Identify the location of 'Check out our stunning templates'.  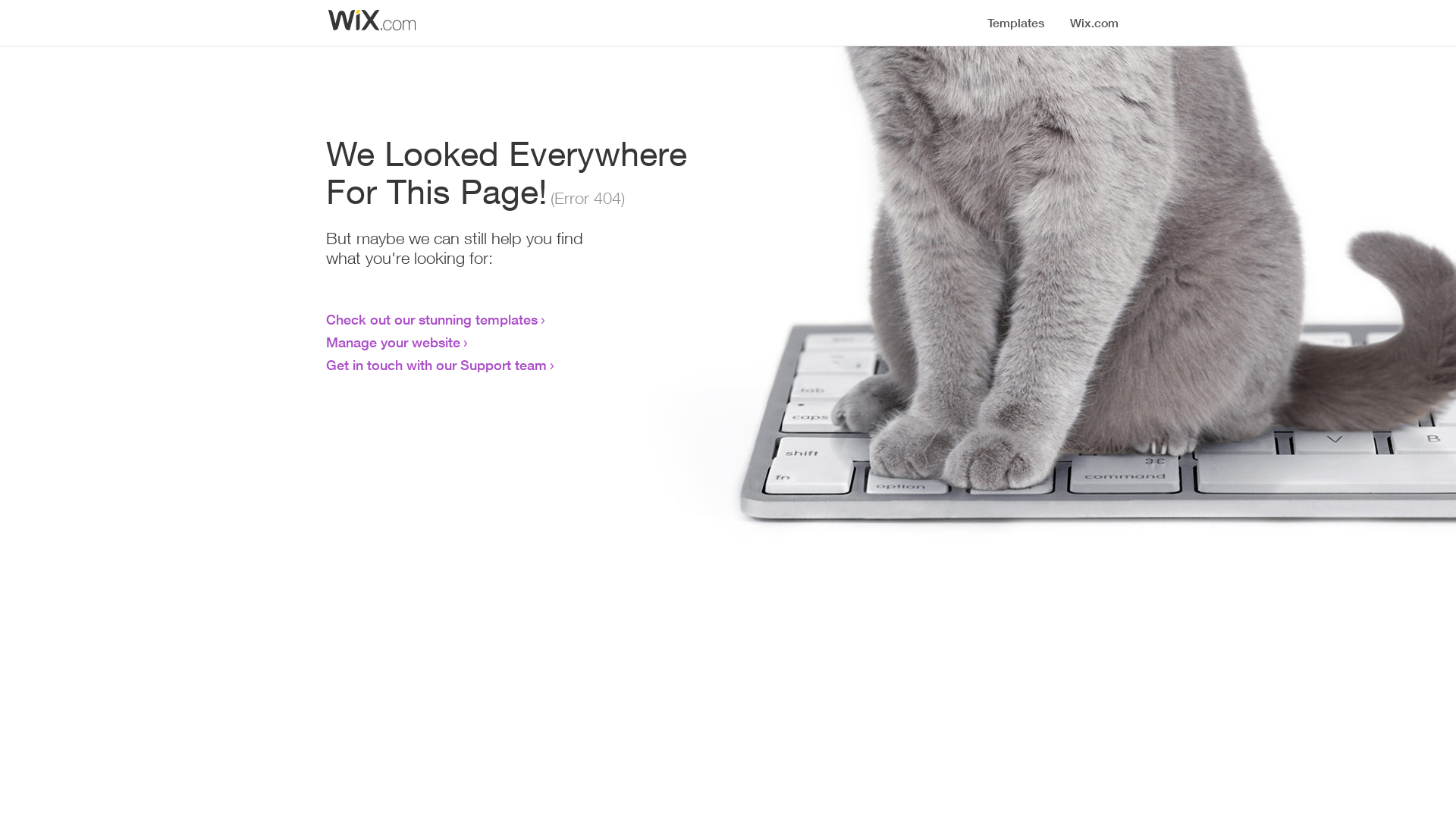
(431, 318).